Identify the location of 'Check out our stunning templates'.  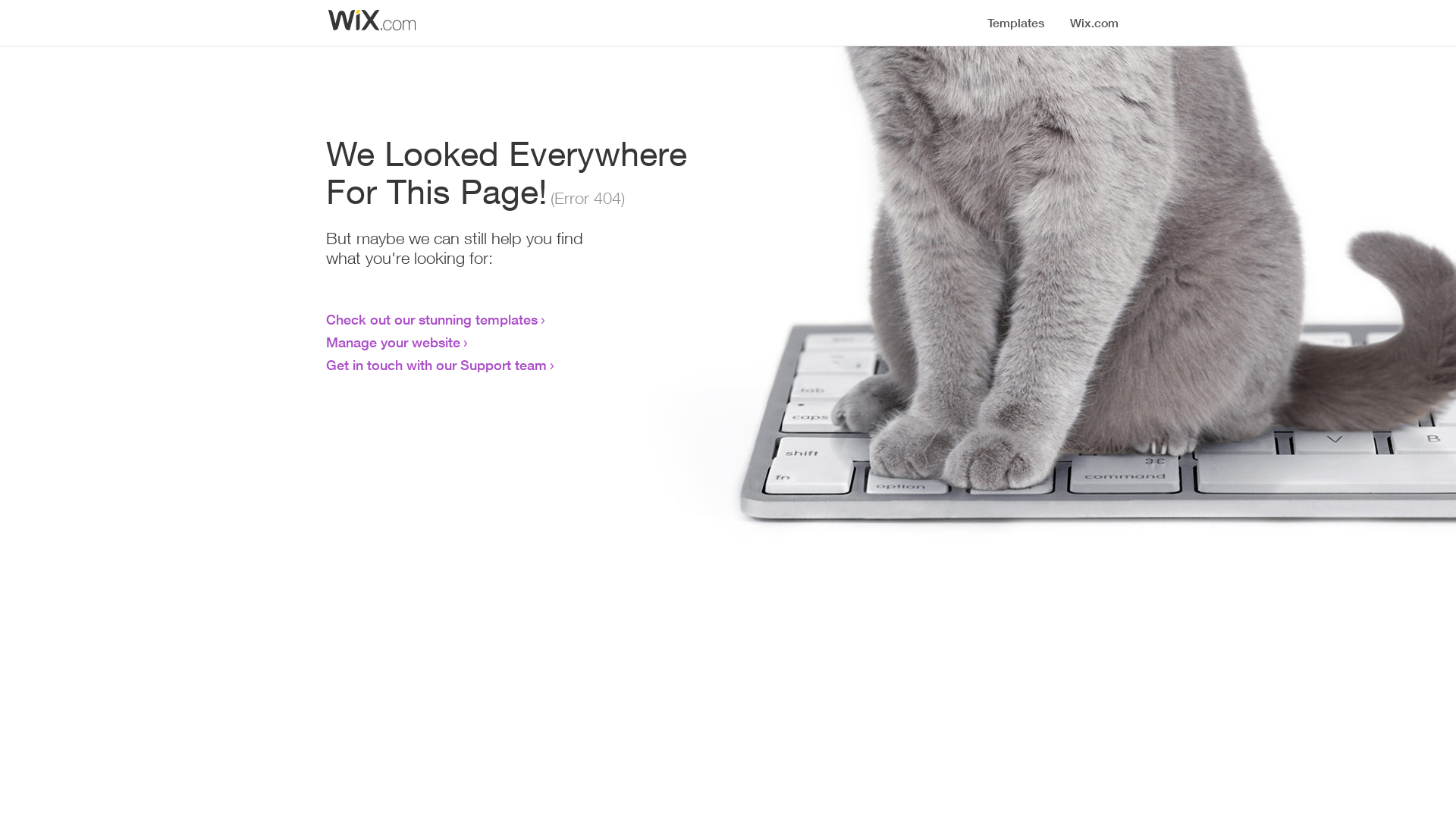
(431, 318).